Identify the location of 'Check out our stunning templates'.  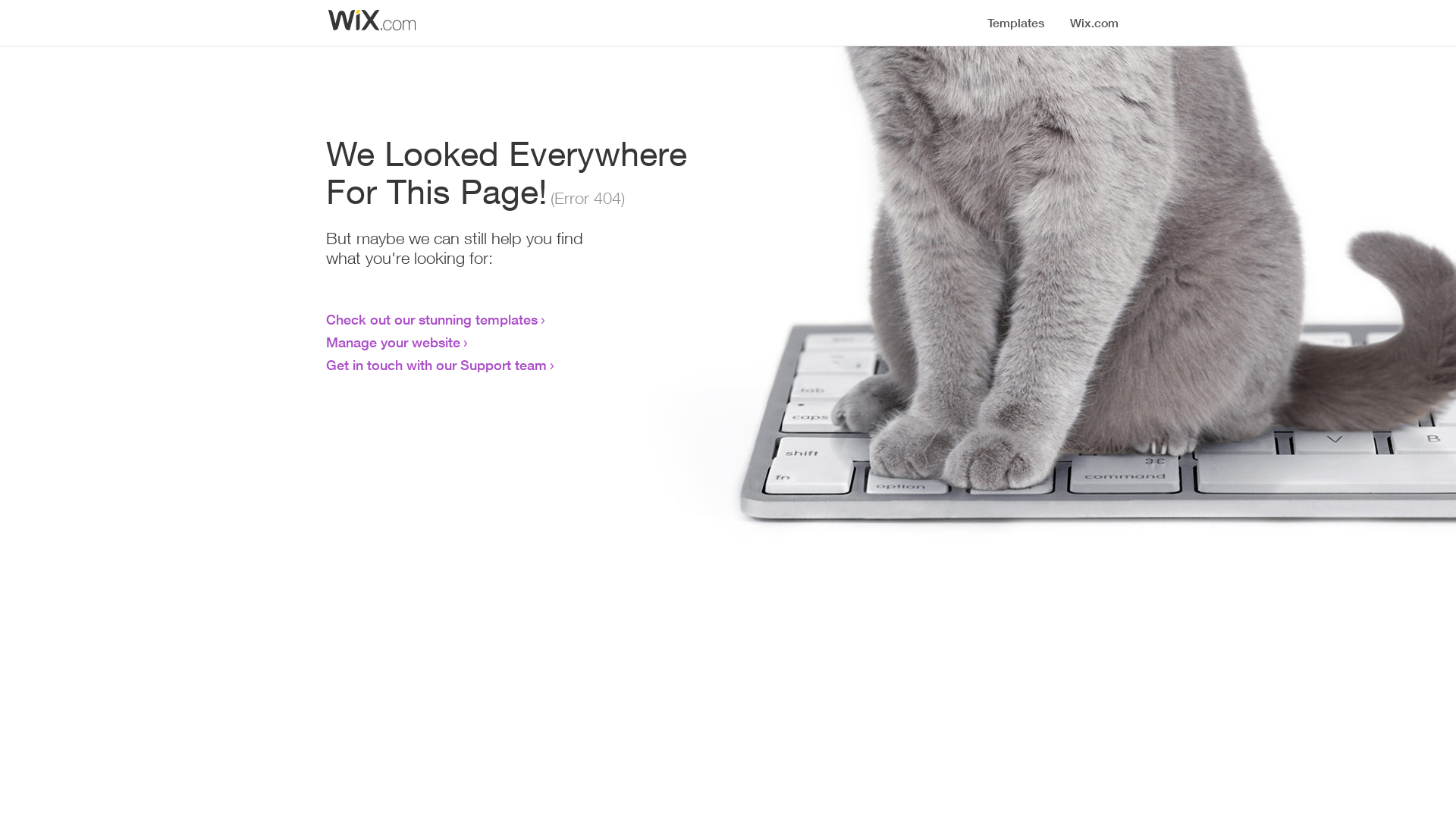
(431, 318).